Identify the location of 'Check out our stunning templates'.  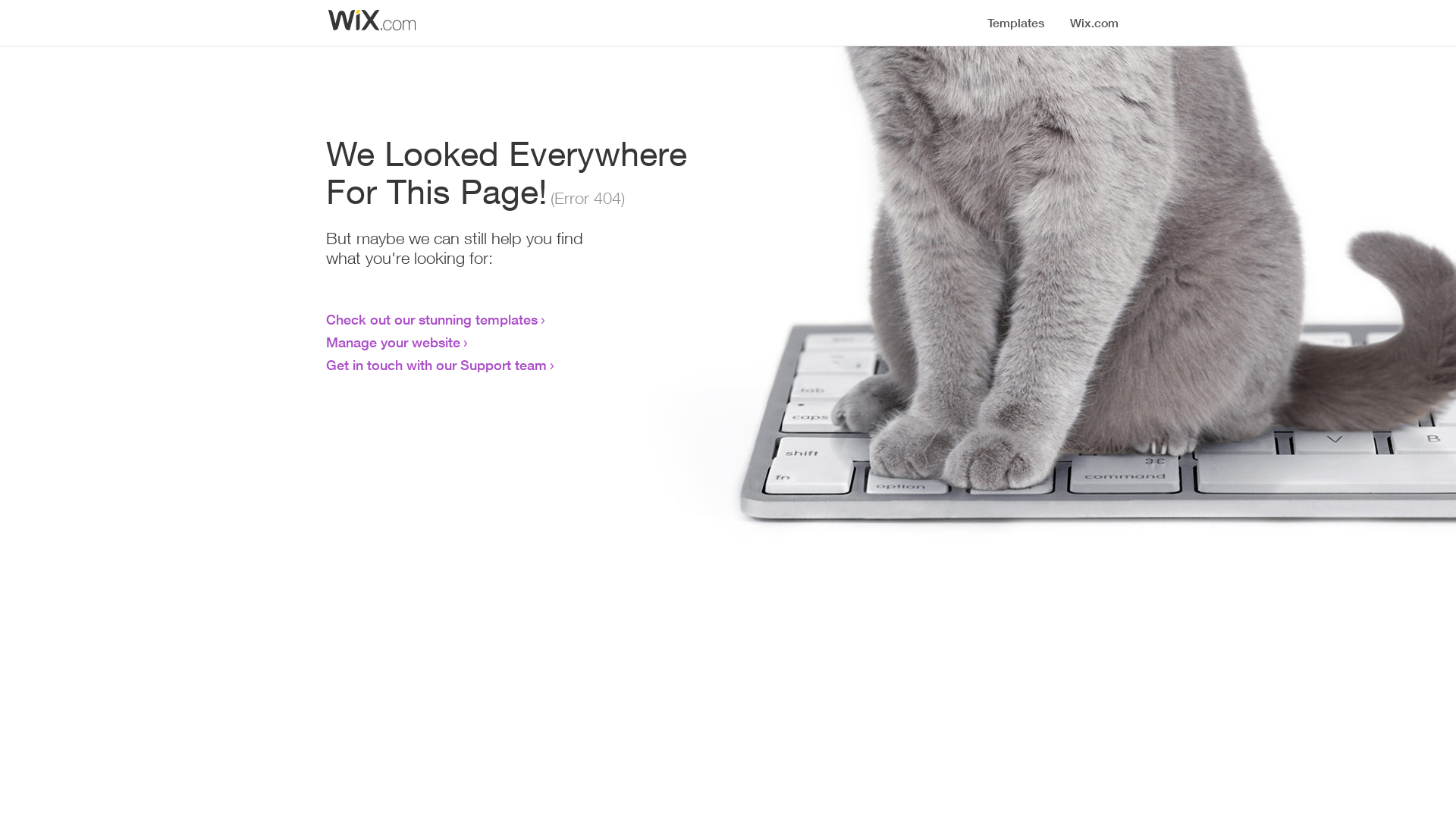
(431, 318).